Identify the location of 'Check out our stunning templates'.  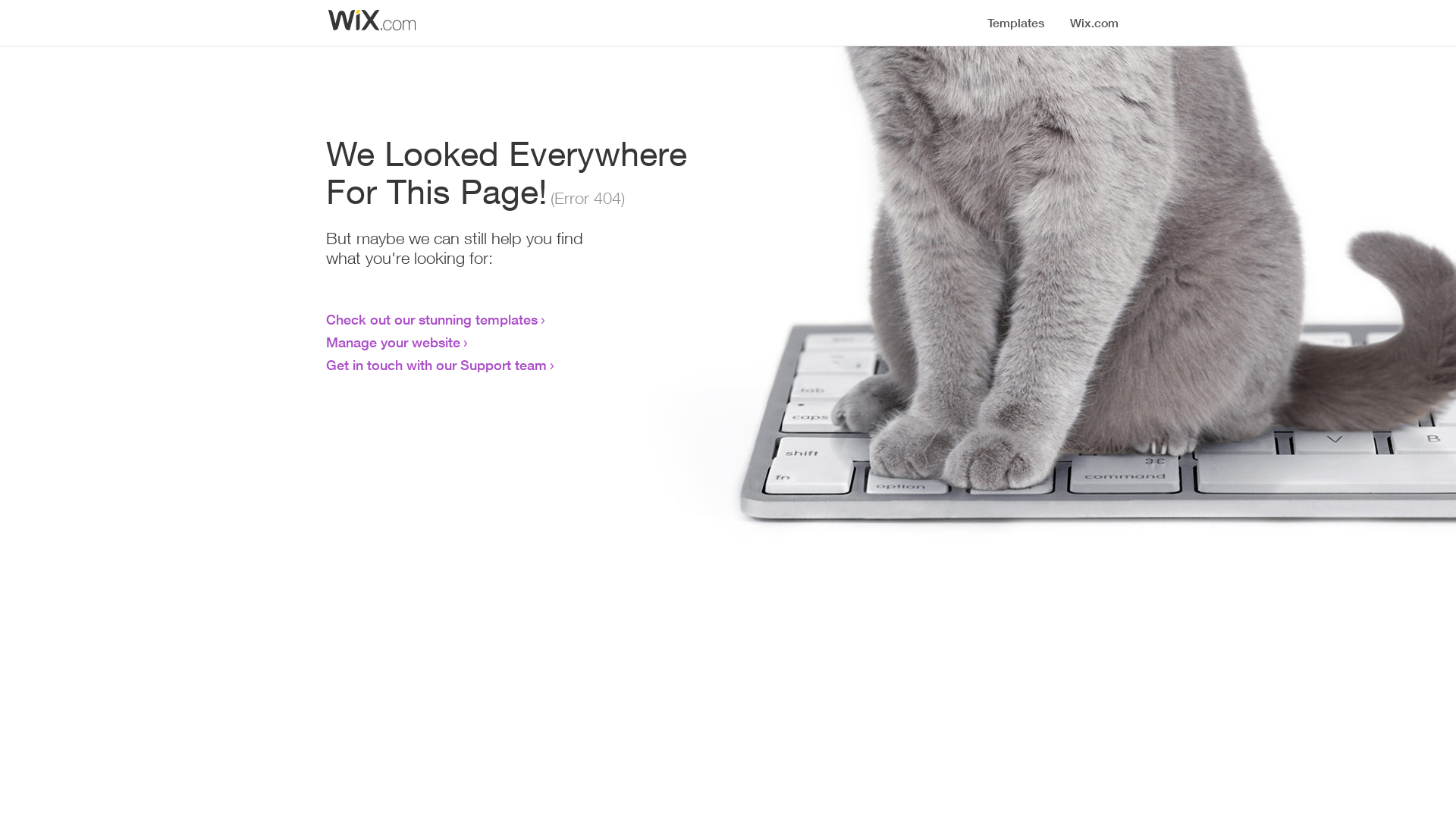
(431, 318).